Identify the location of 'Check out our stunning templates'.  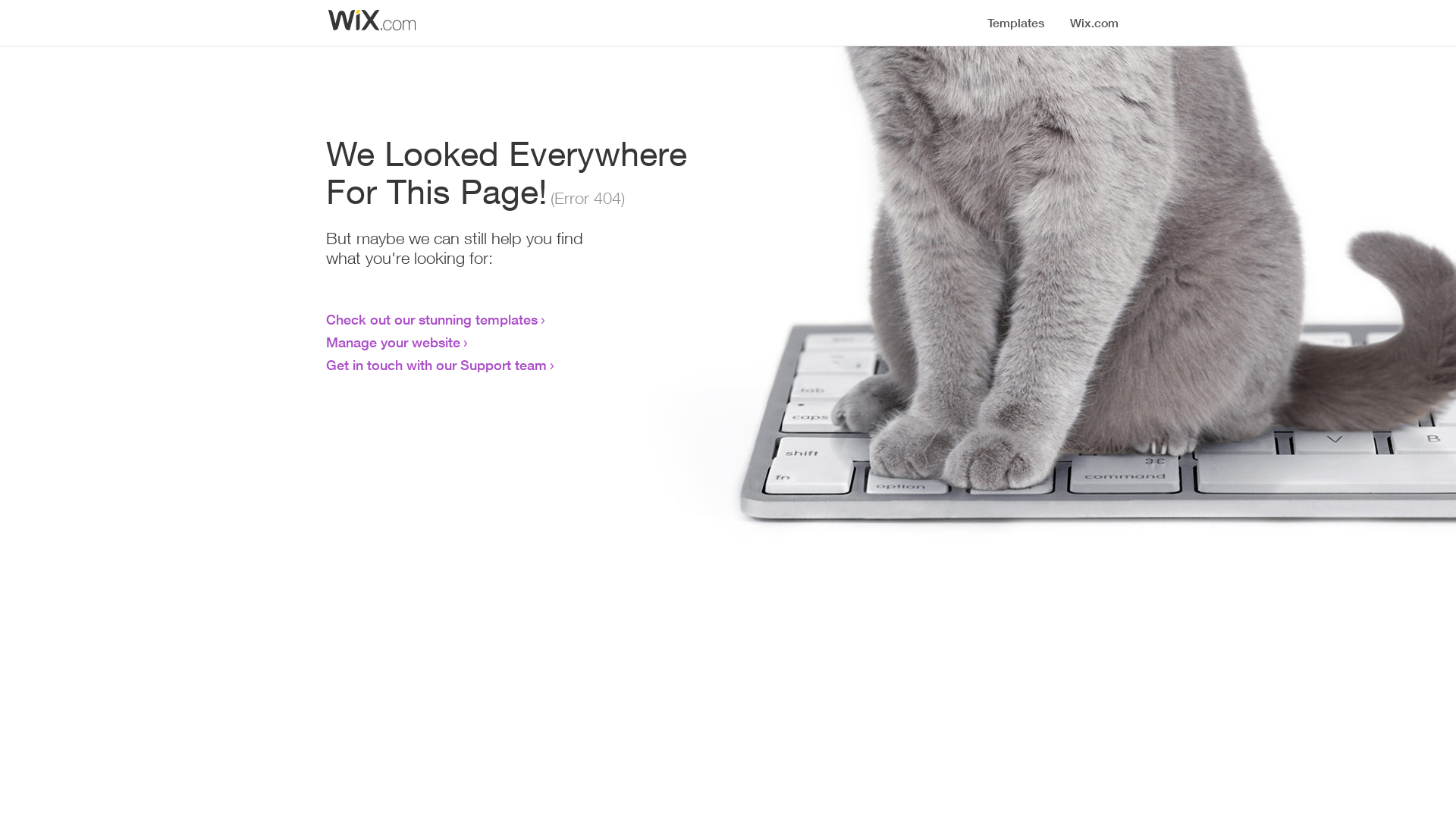
(431, 318).